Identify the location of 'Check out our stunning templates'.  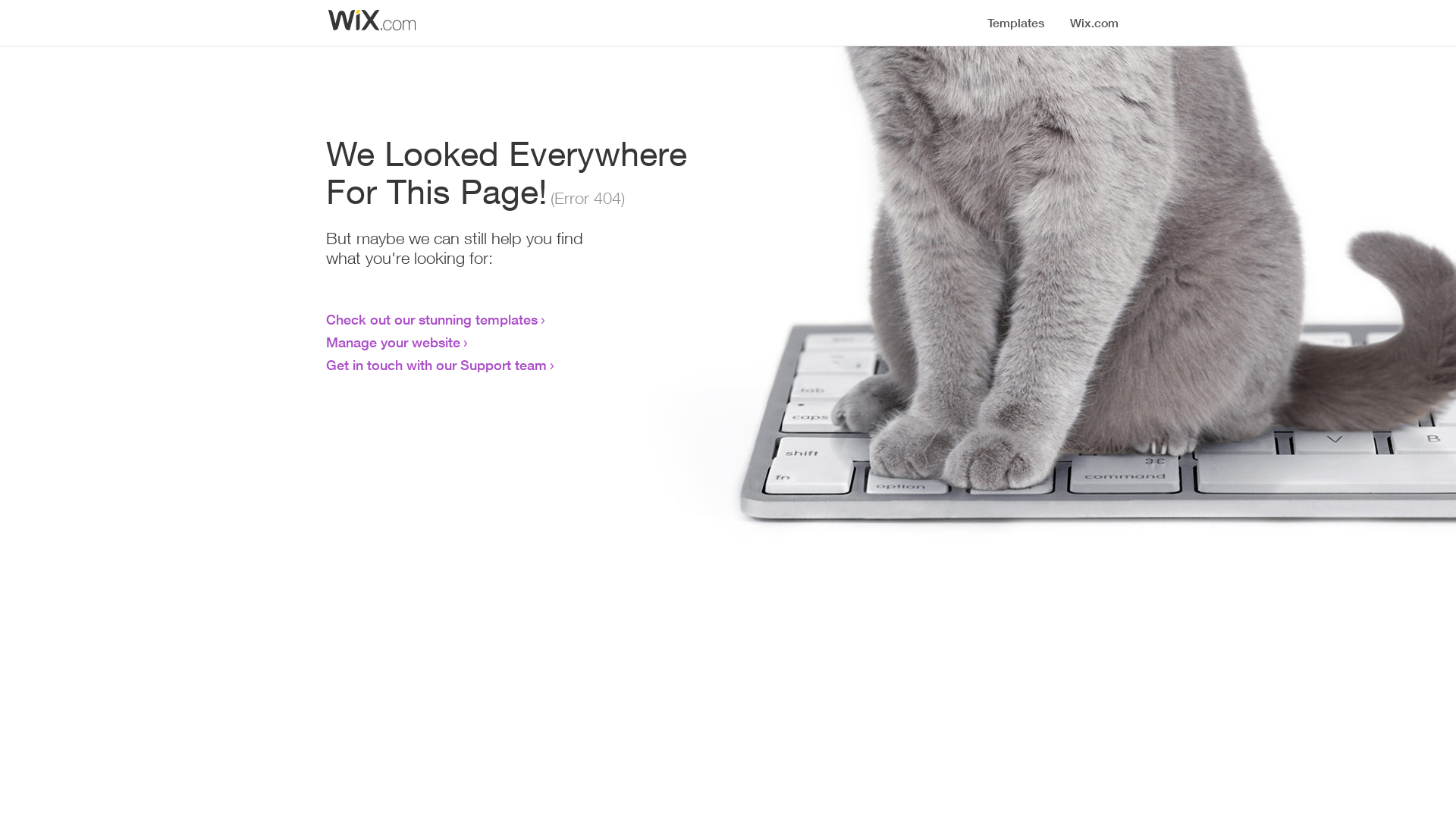
(431, 318).